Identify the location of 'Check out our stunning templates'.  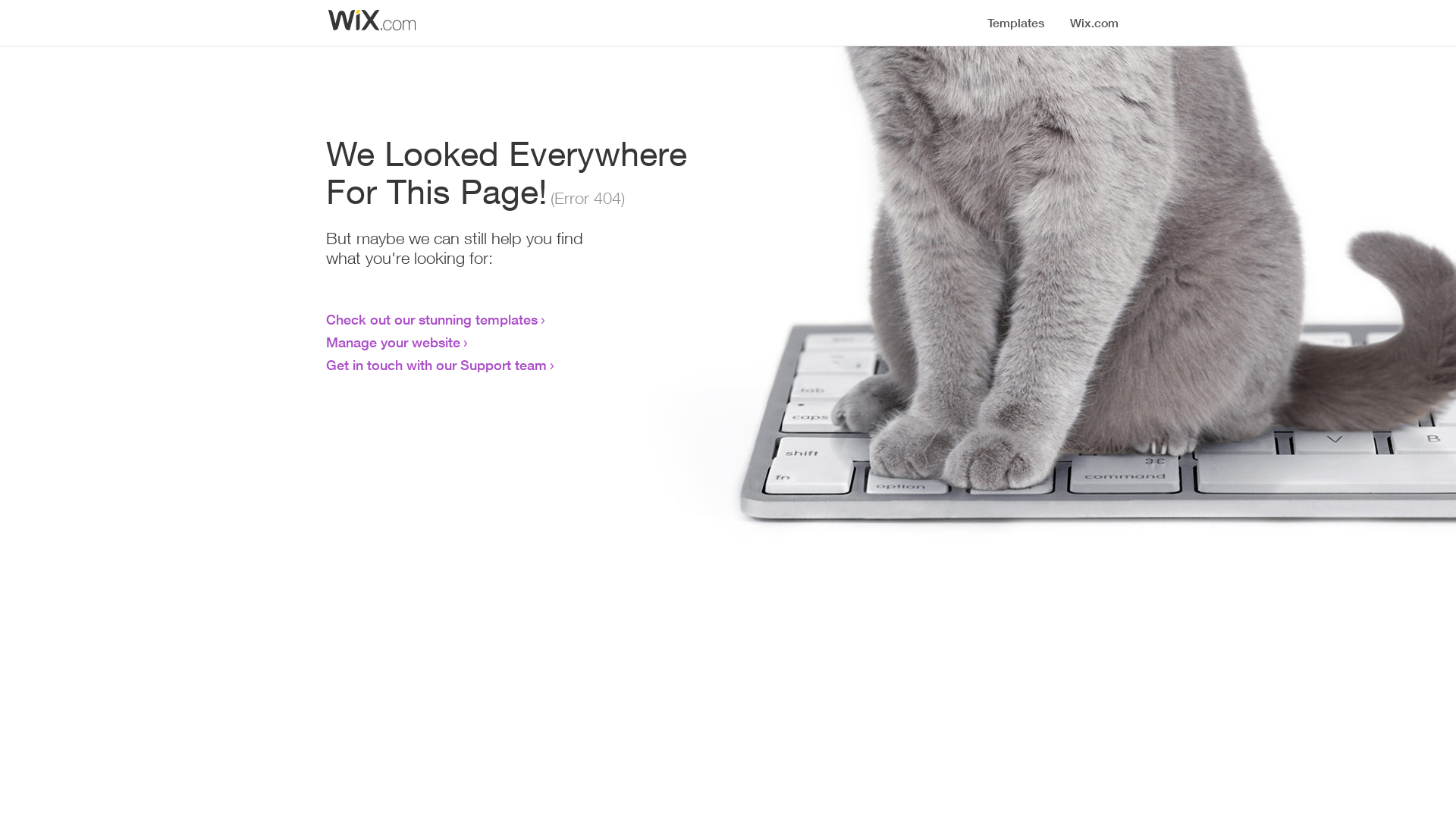
(431, 318).